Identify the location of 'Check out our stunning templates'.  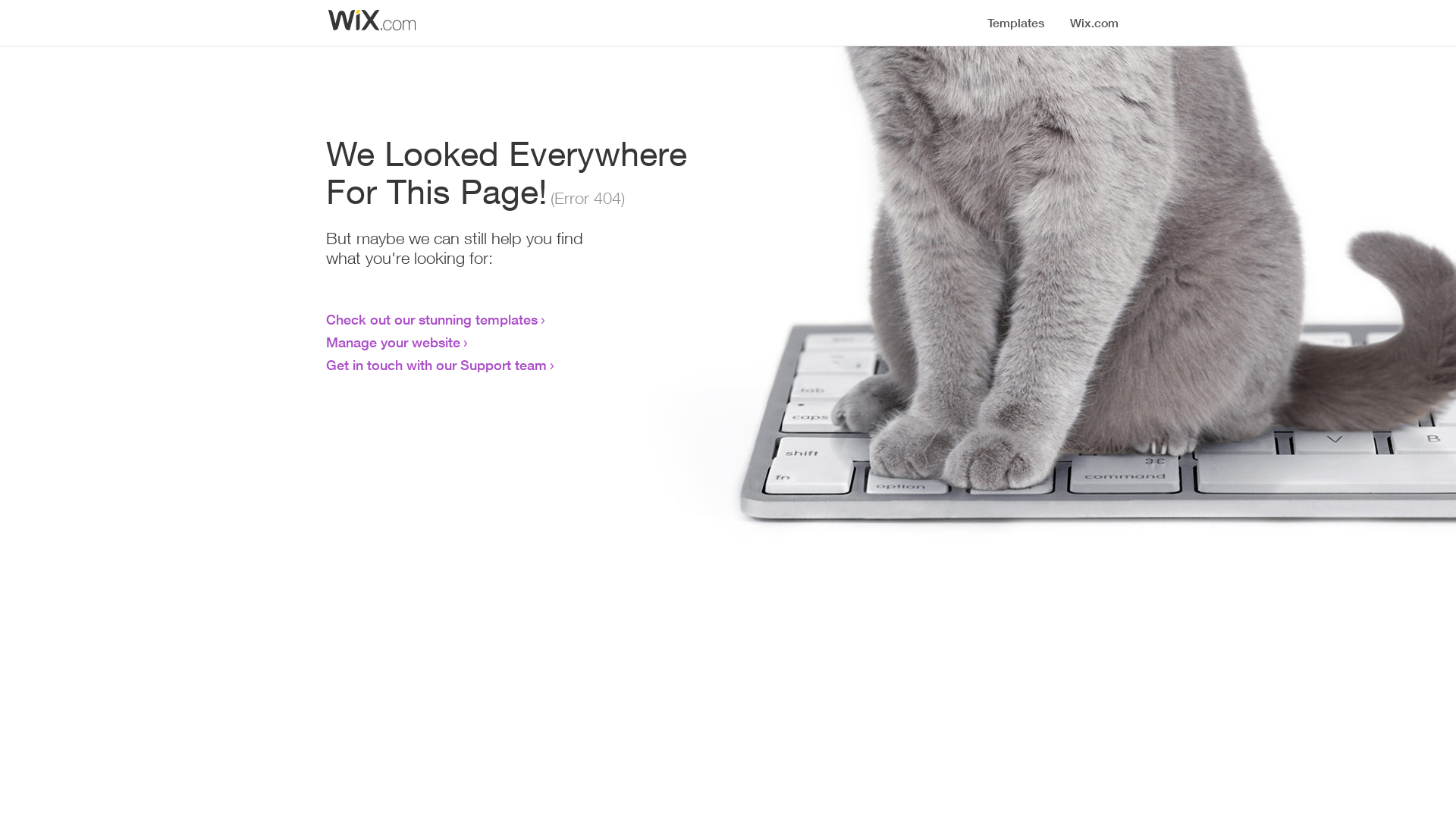
(431, 318).